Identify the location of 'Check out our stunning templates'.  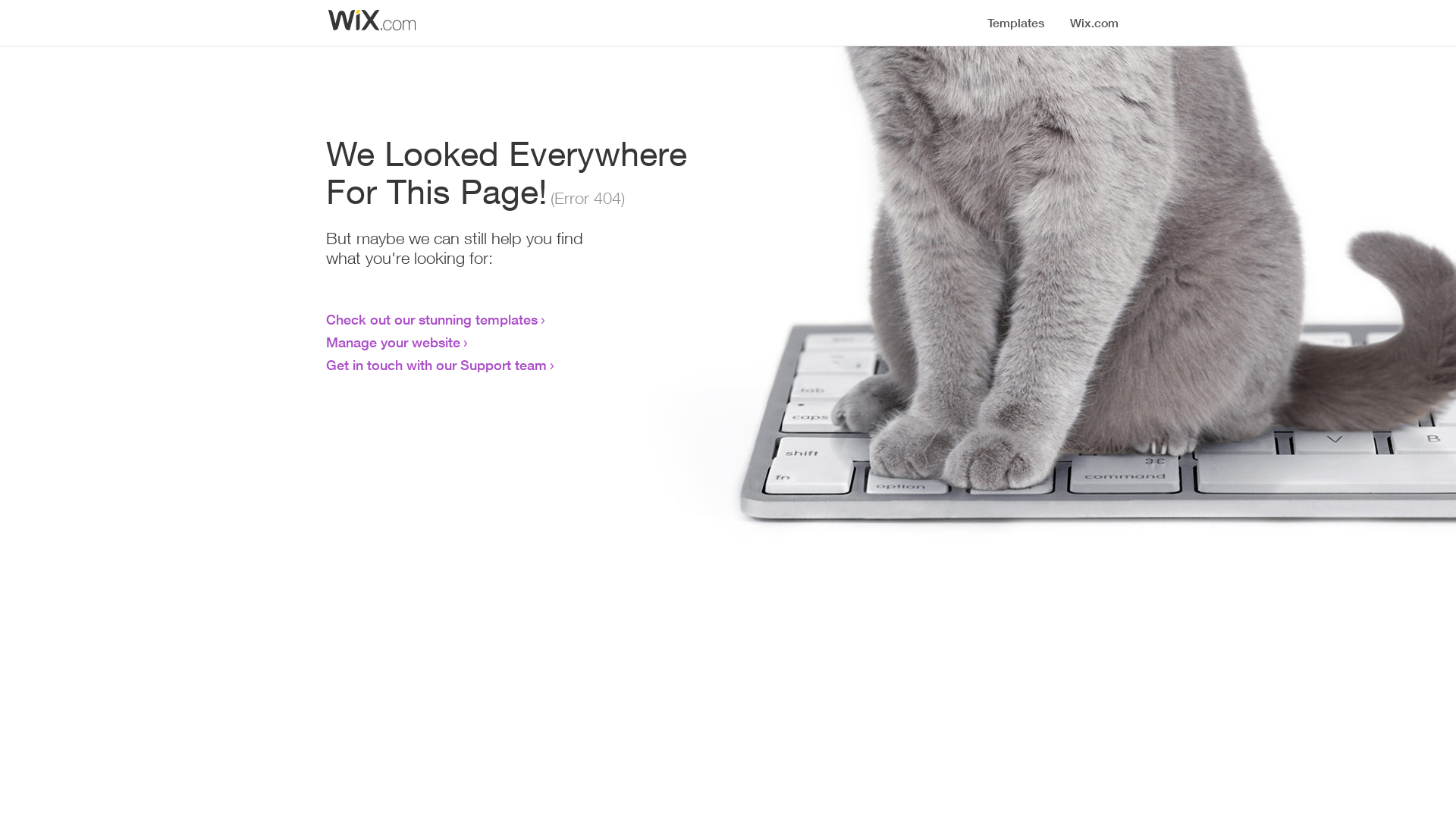
(431, 318).